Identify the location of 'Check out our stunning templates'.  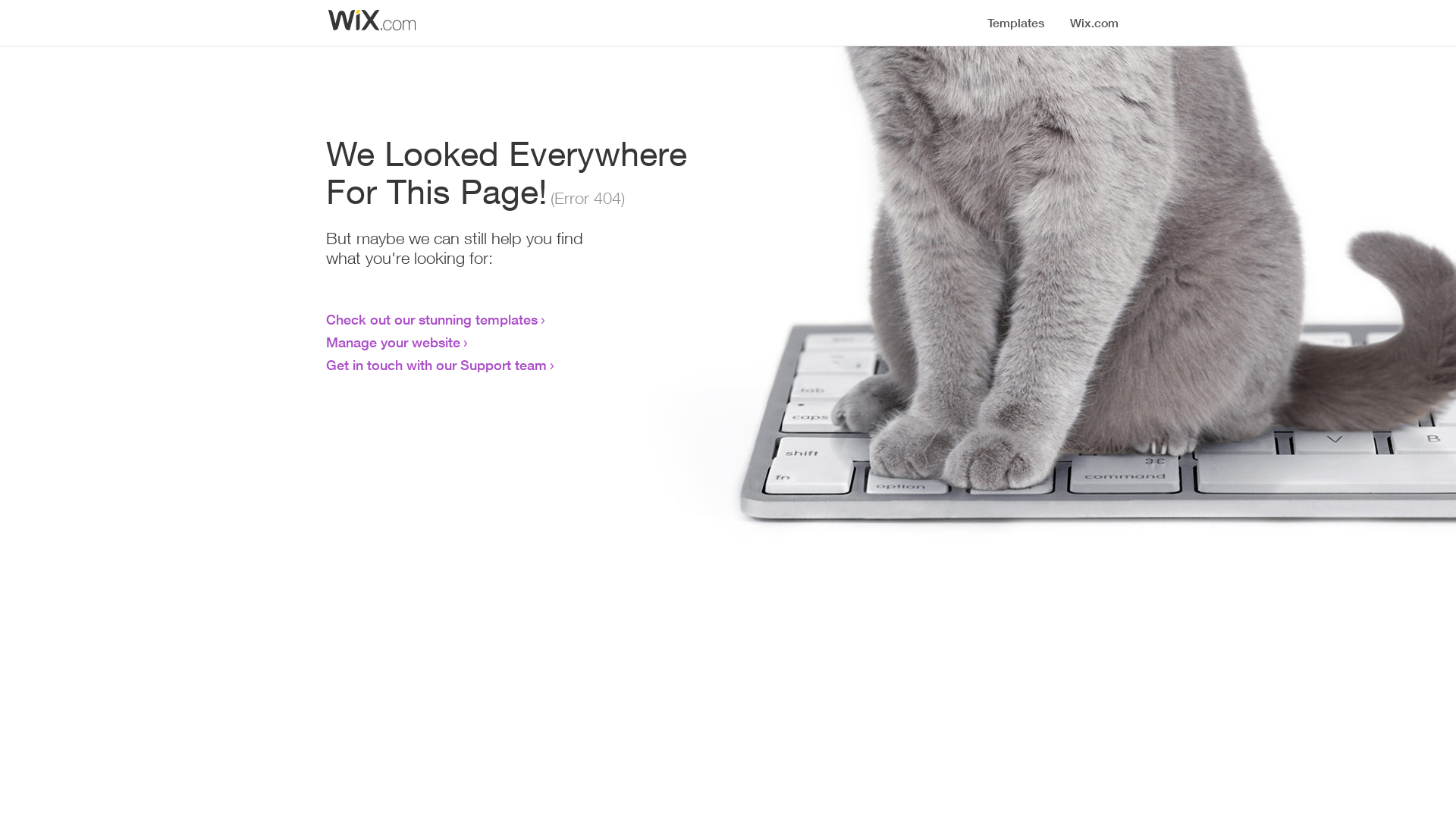
(431, 318).